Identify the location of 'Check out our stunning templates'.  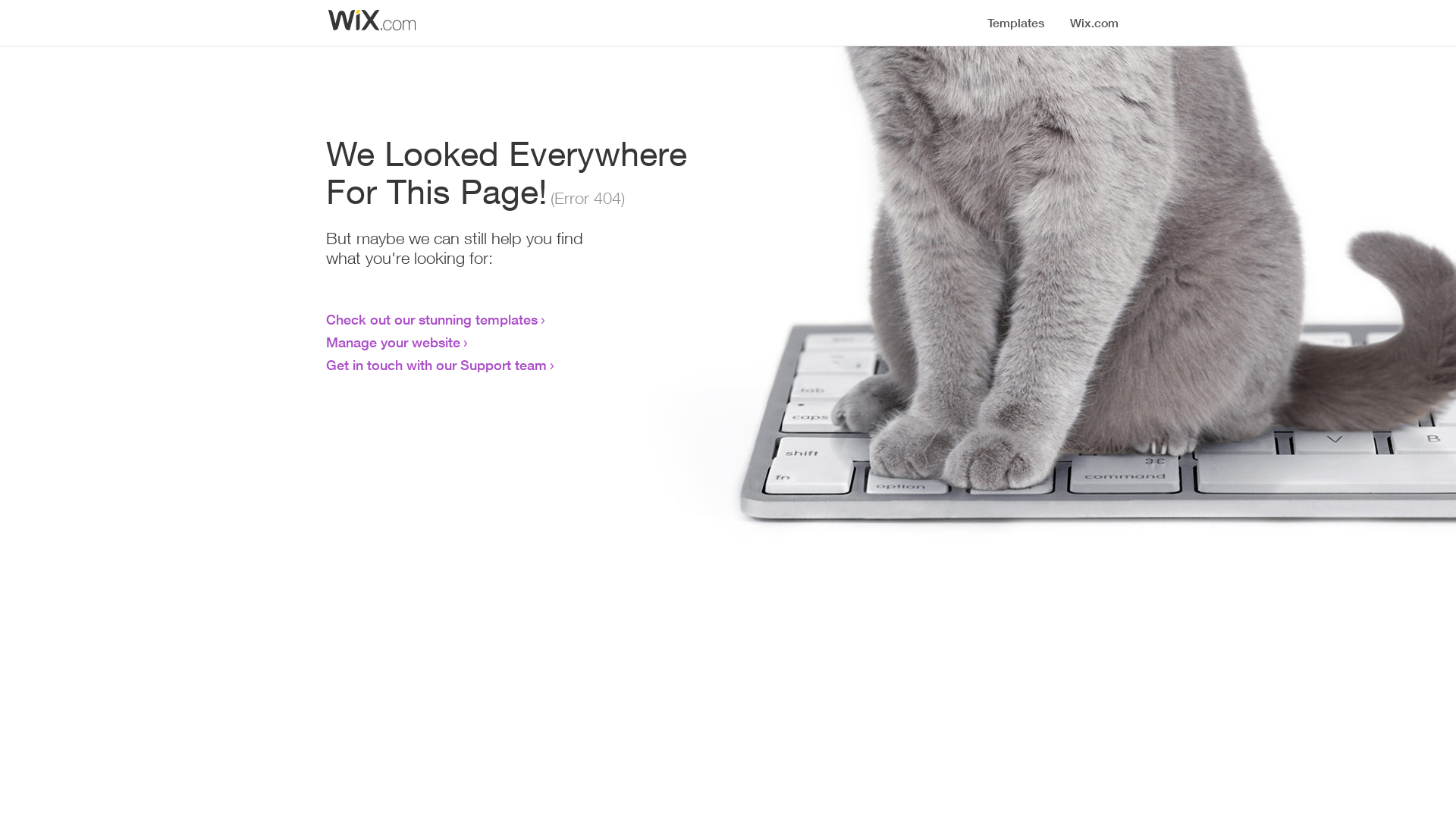
(431, 318).